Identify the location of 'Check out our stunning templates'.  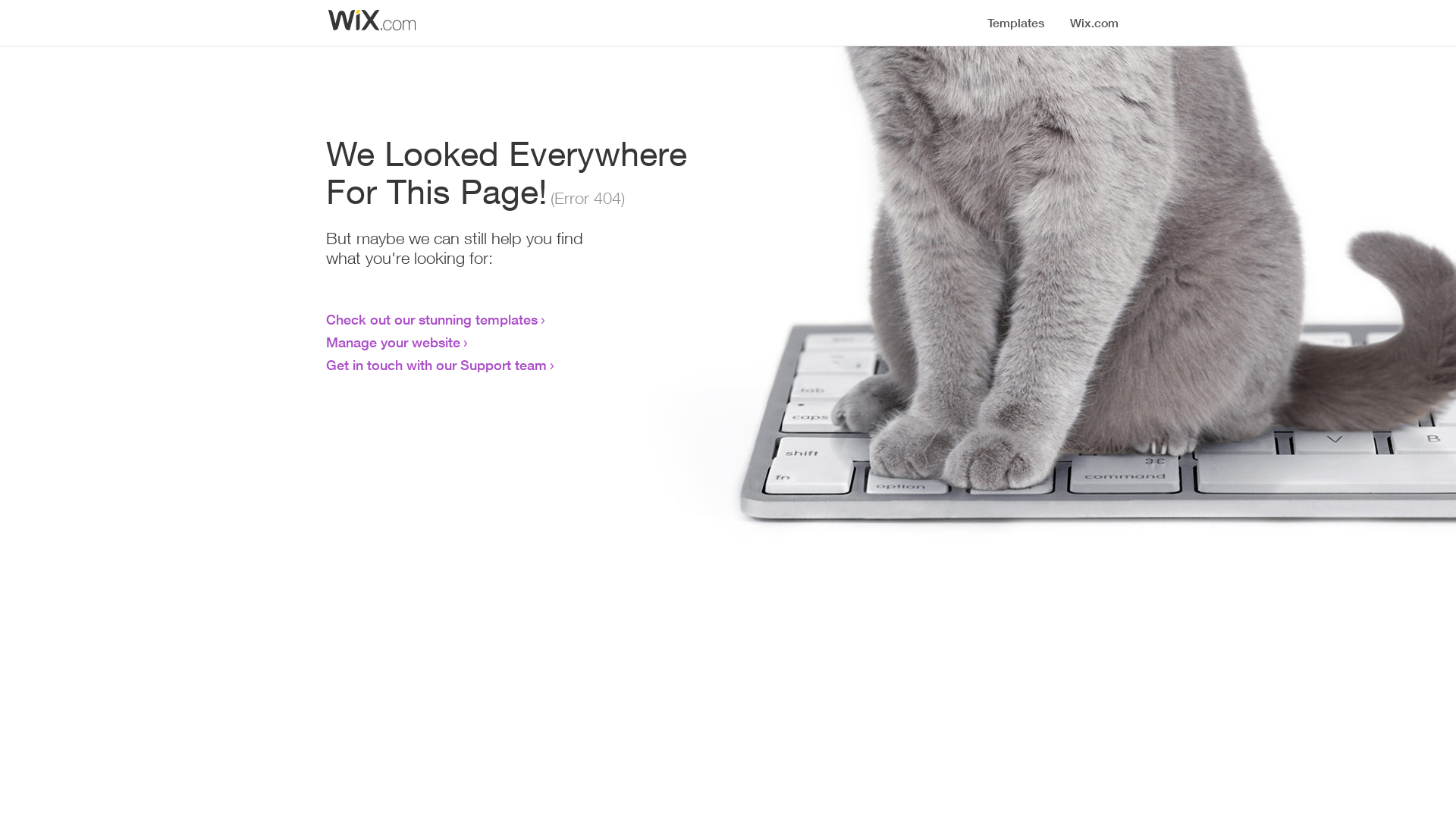
(431, 318).